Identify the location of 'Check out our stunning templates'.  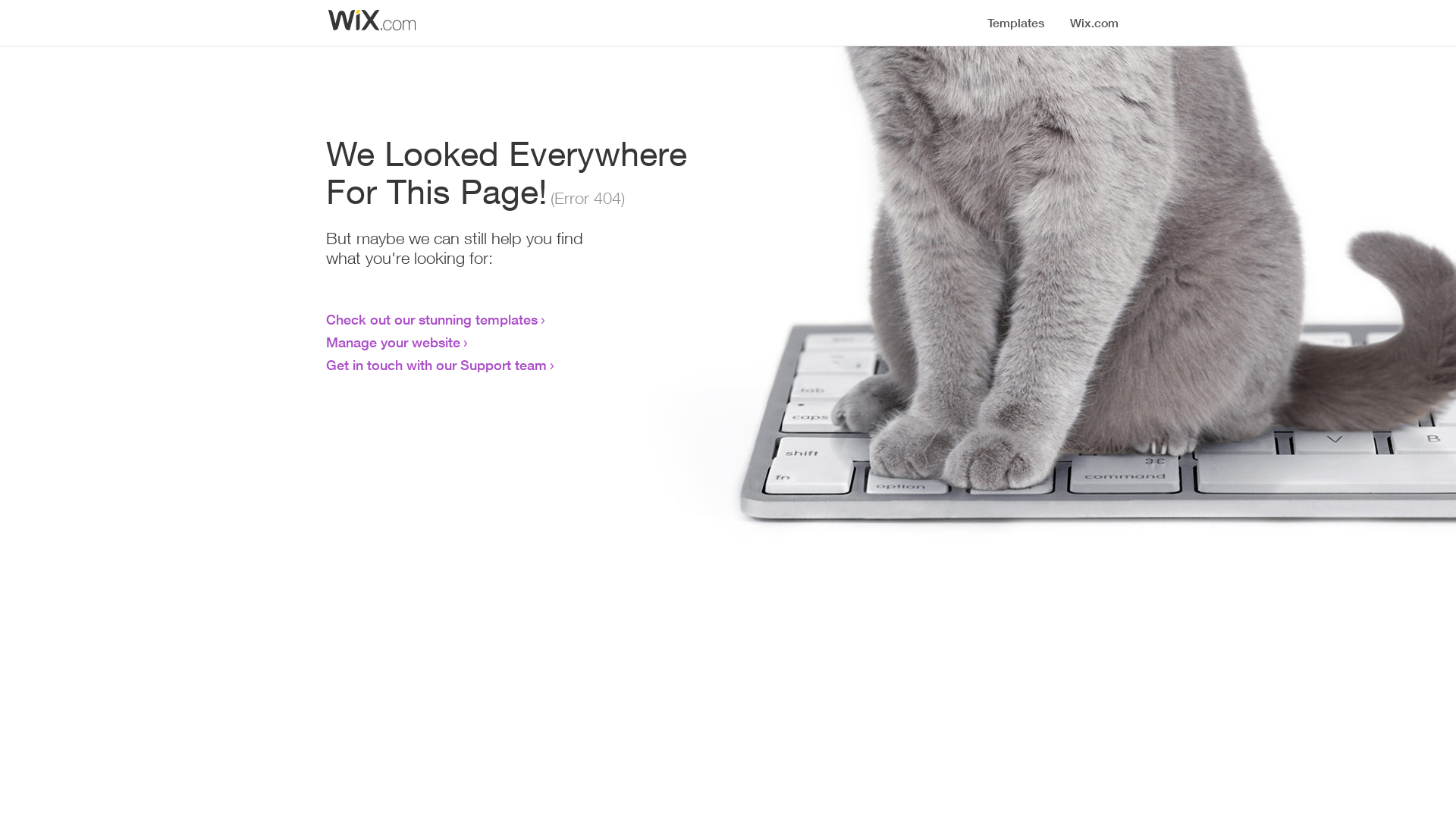
(431, 318).